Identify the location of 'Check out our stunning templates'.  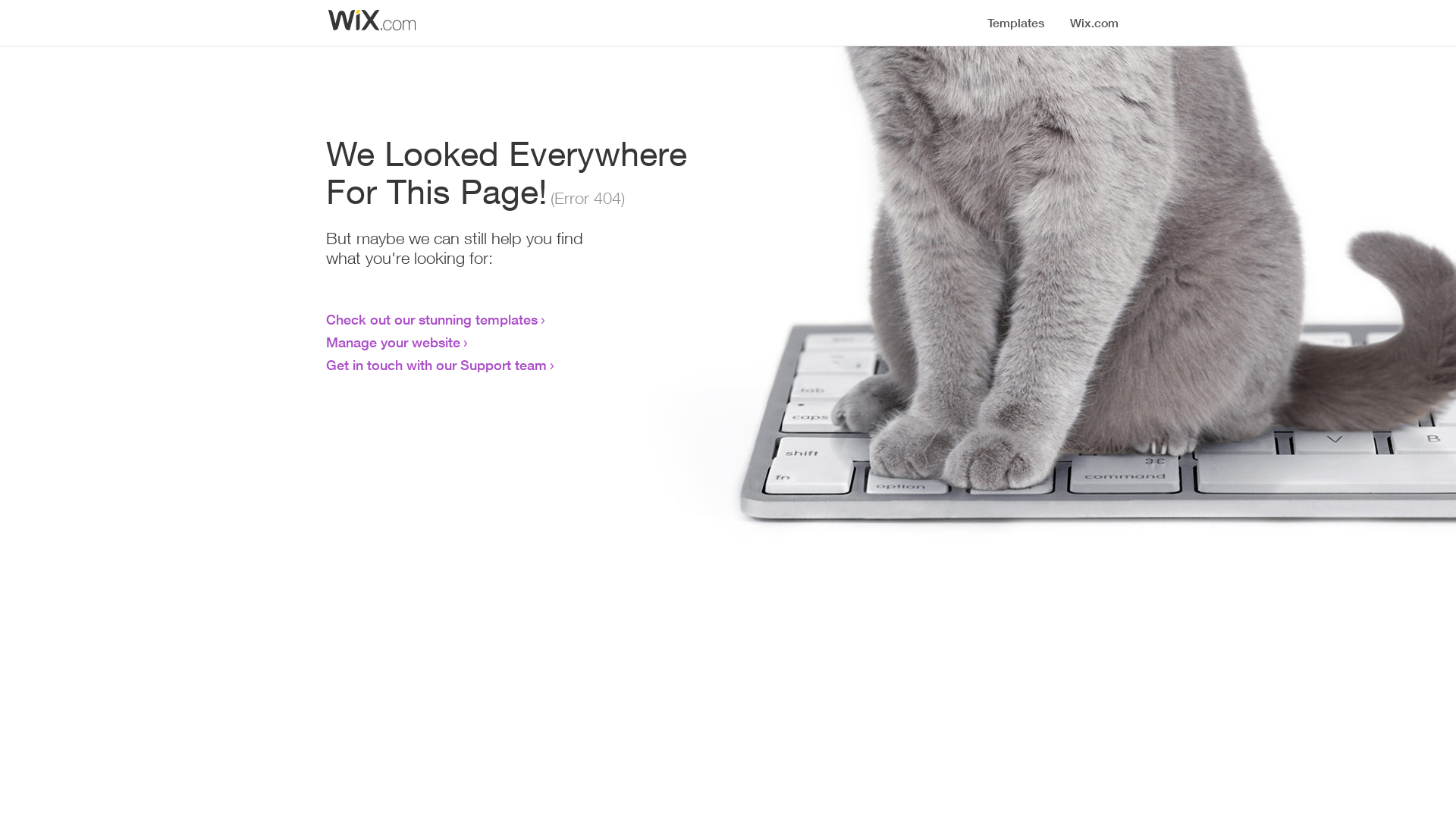
(431, 318).